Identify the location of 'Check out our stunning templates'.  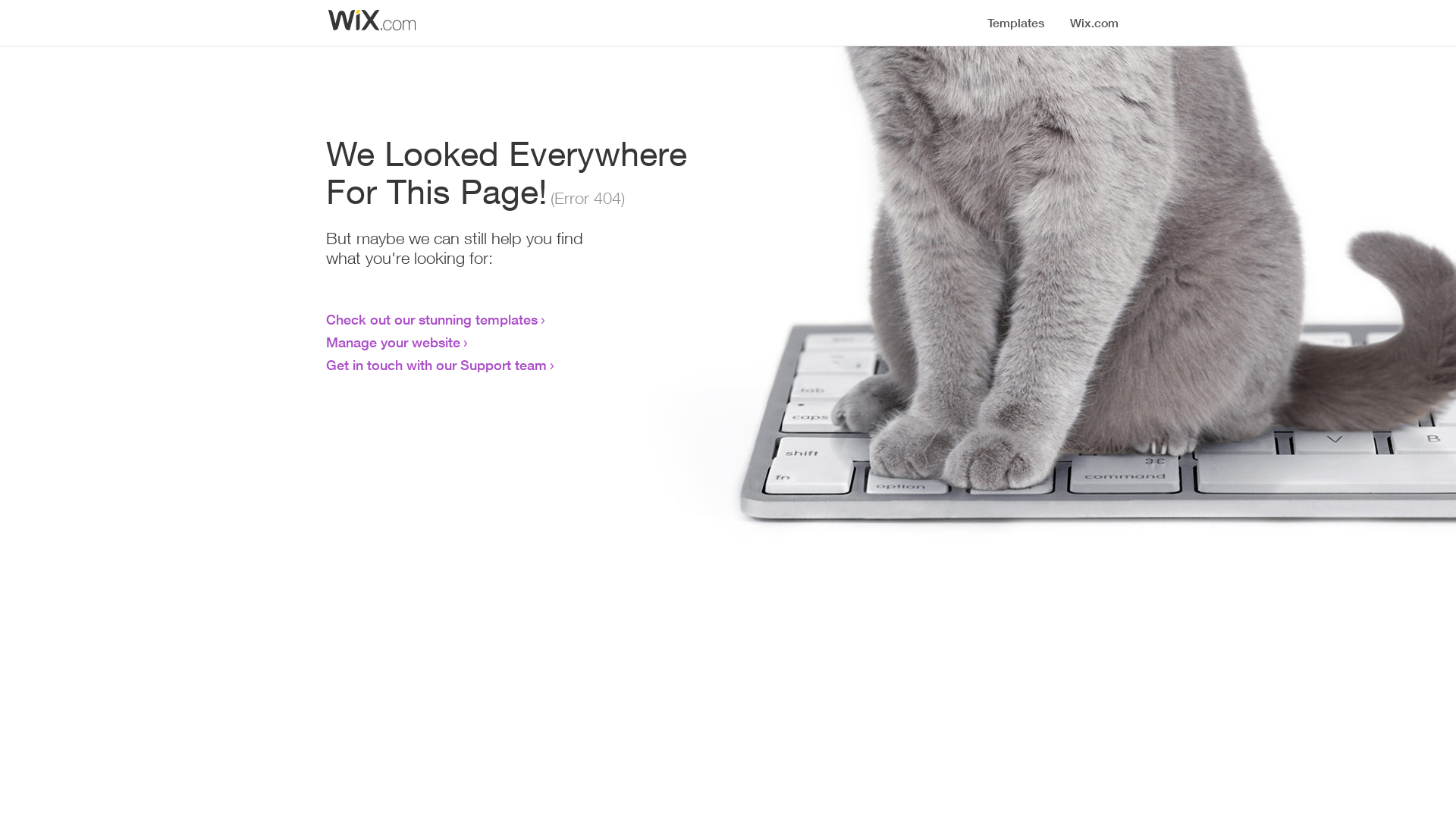
(431, 318).